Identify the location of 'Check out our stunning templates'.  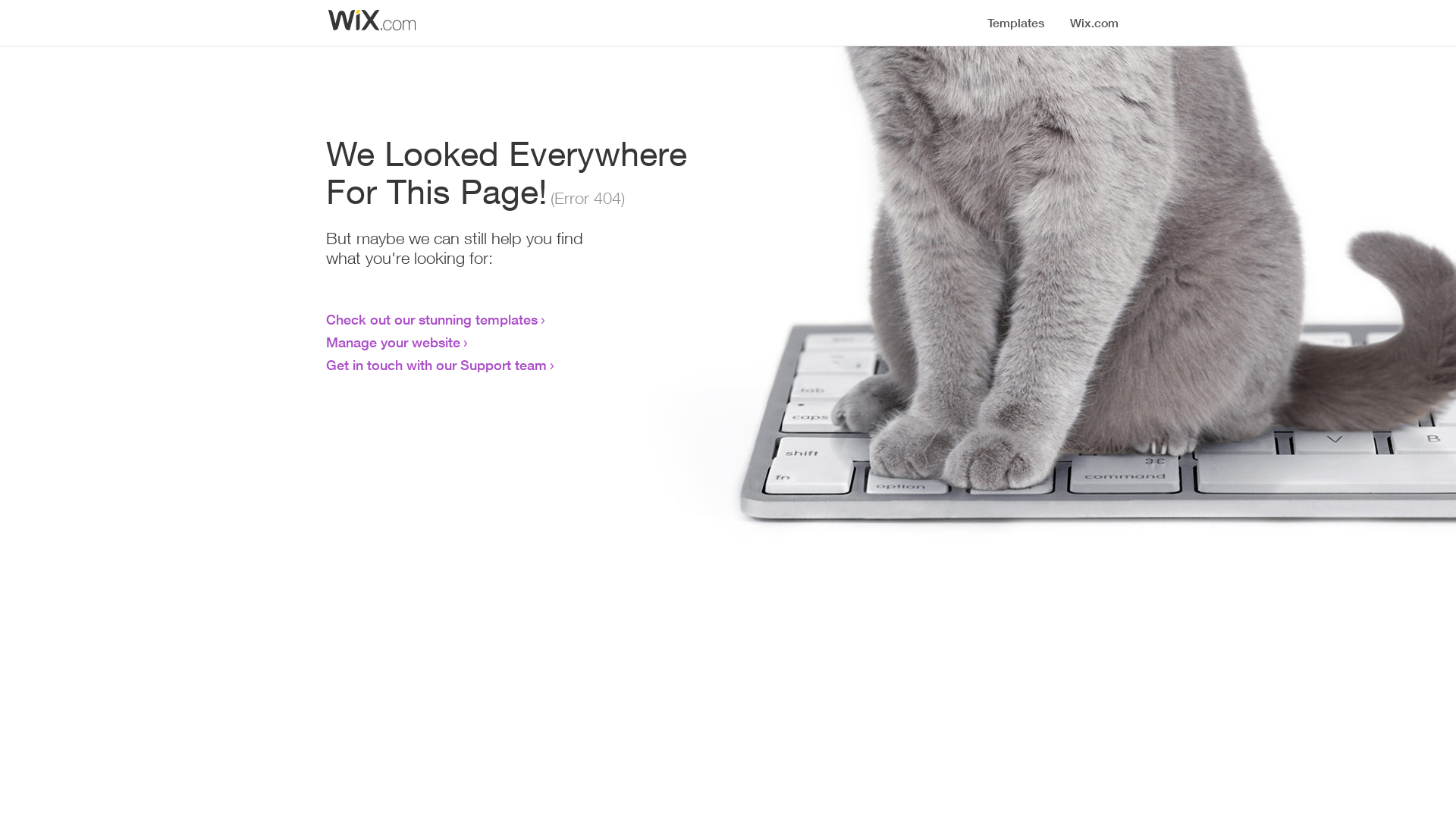
(431, 318).